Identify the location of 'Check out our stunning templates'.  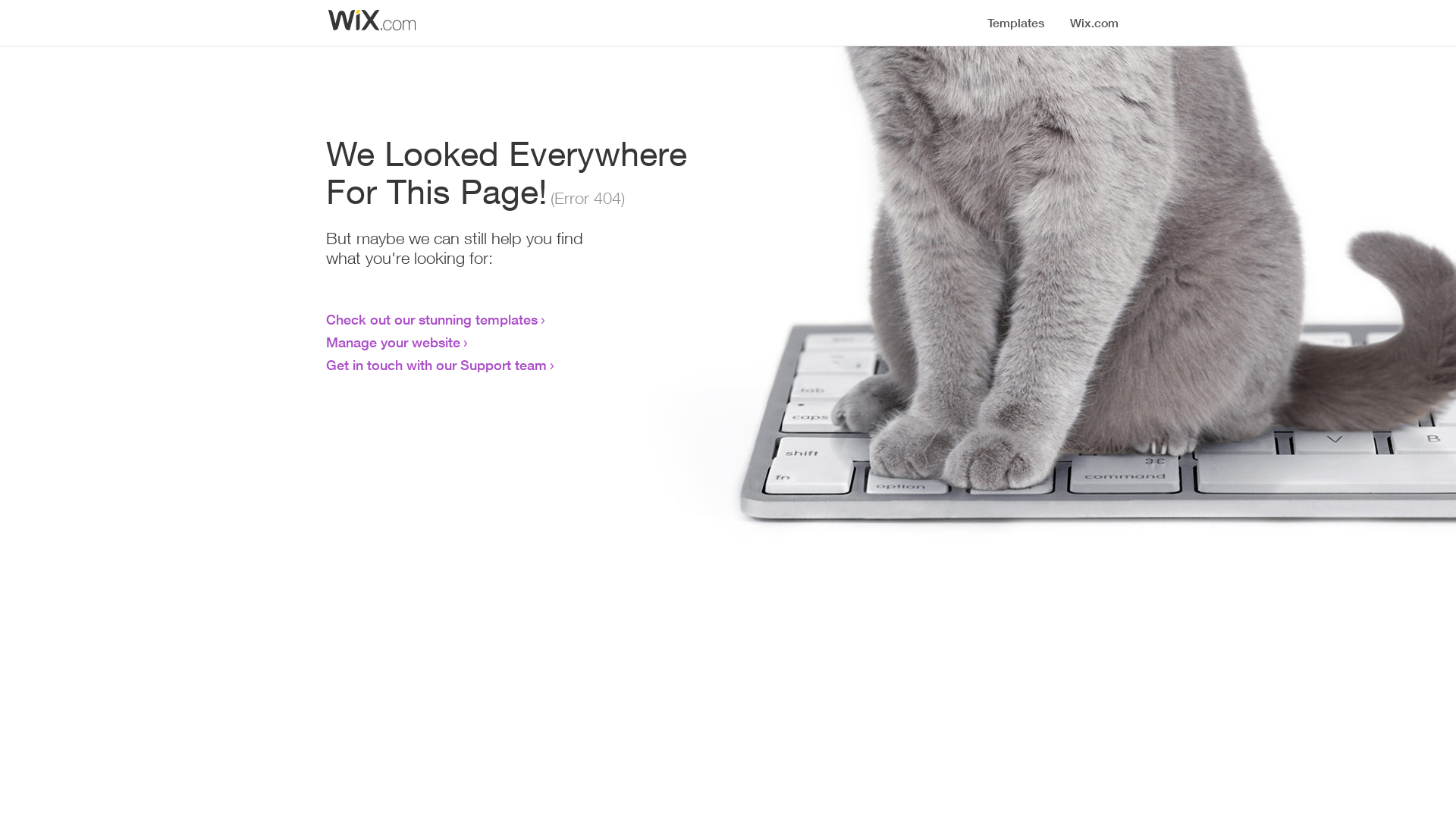
(431, 318).